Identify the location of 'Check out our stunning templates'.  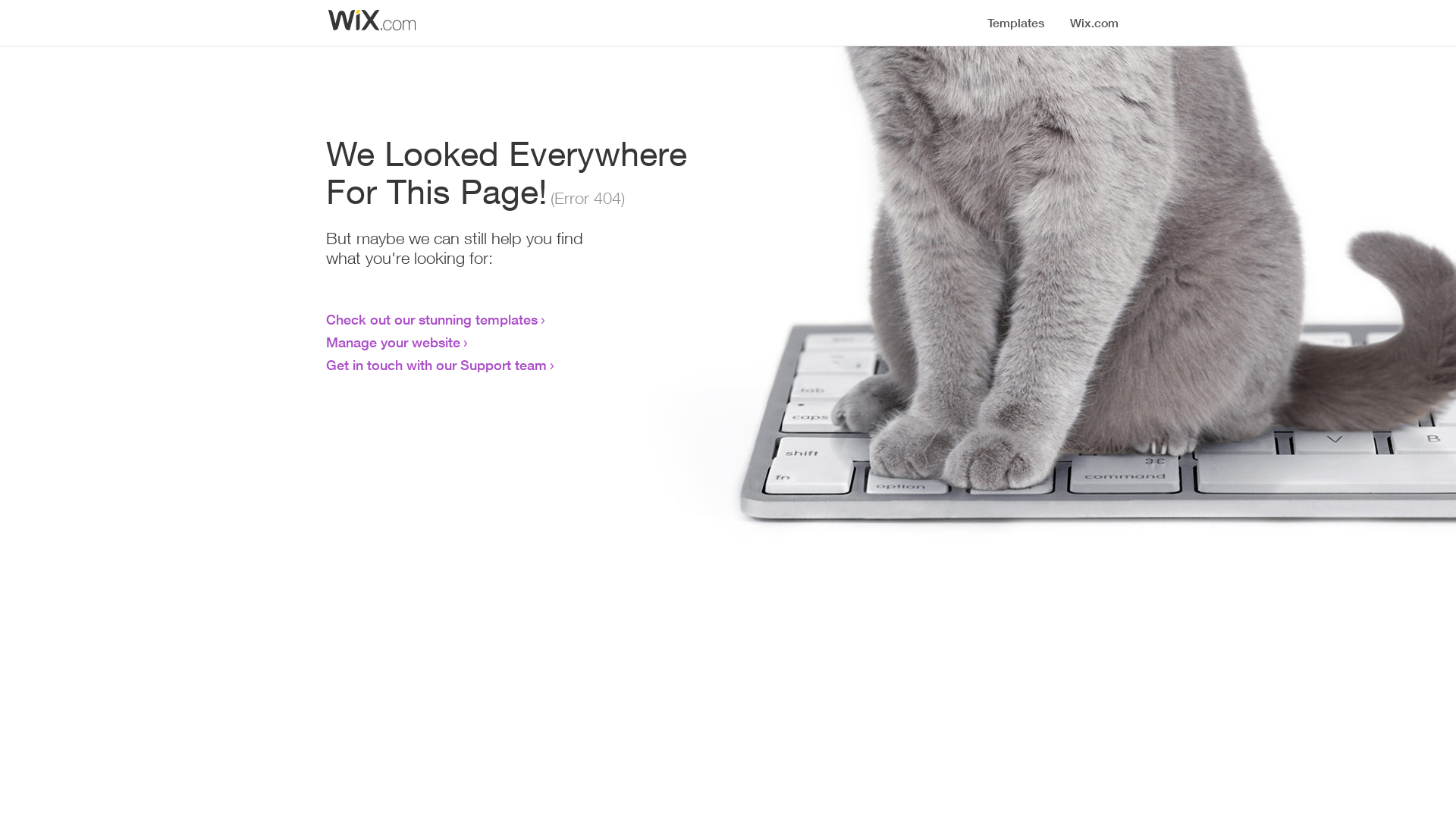
(431, 318).